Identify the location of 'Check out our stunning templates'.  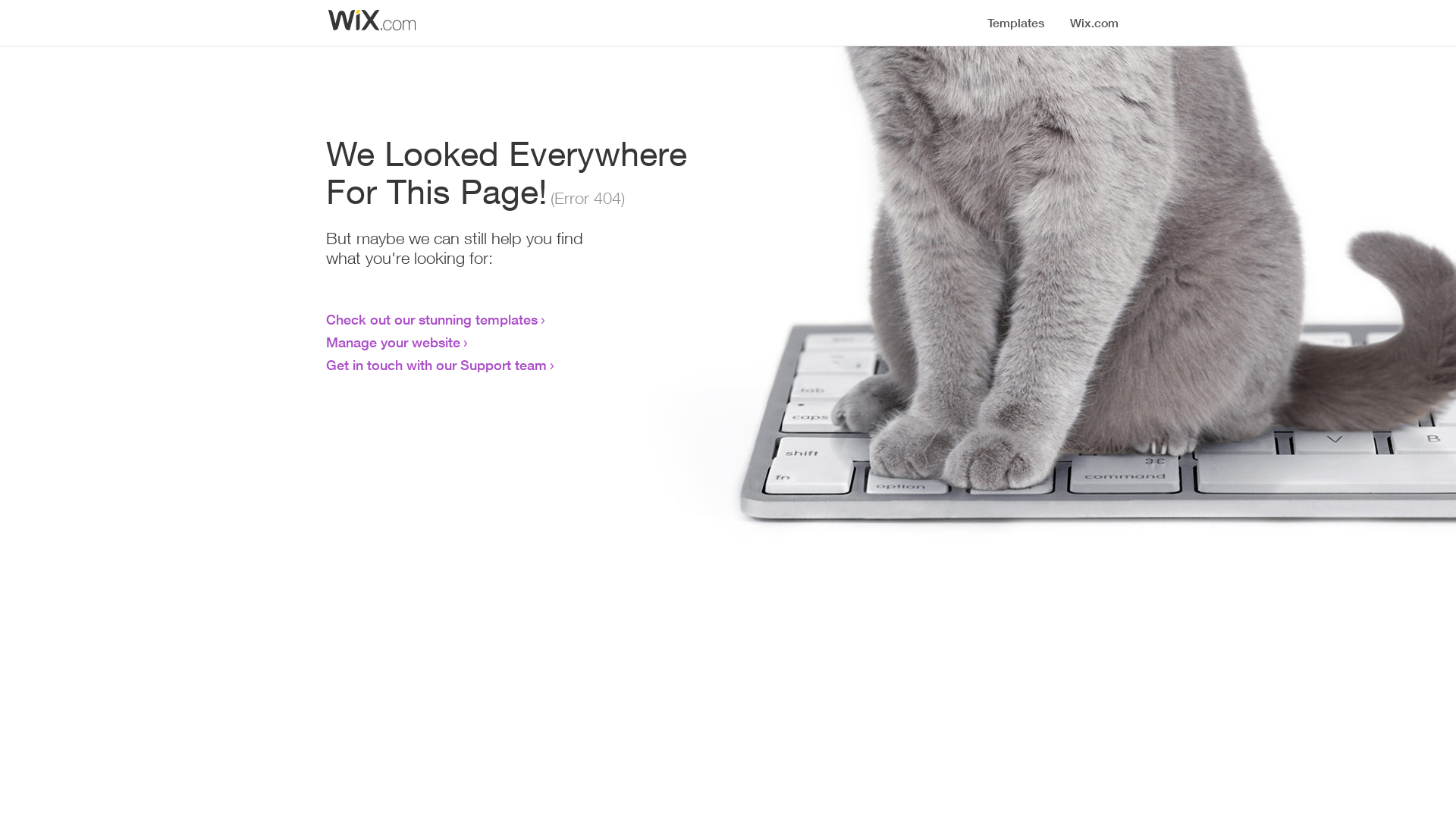
(431, 318).